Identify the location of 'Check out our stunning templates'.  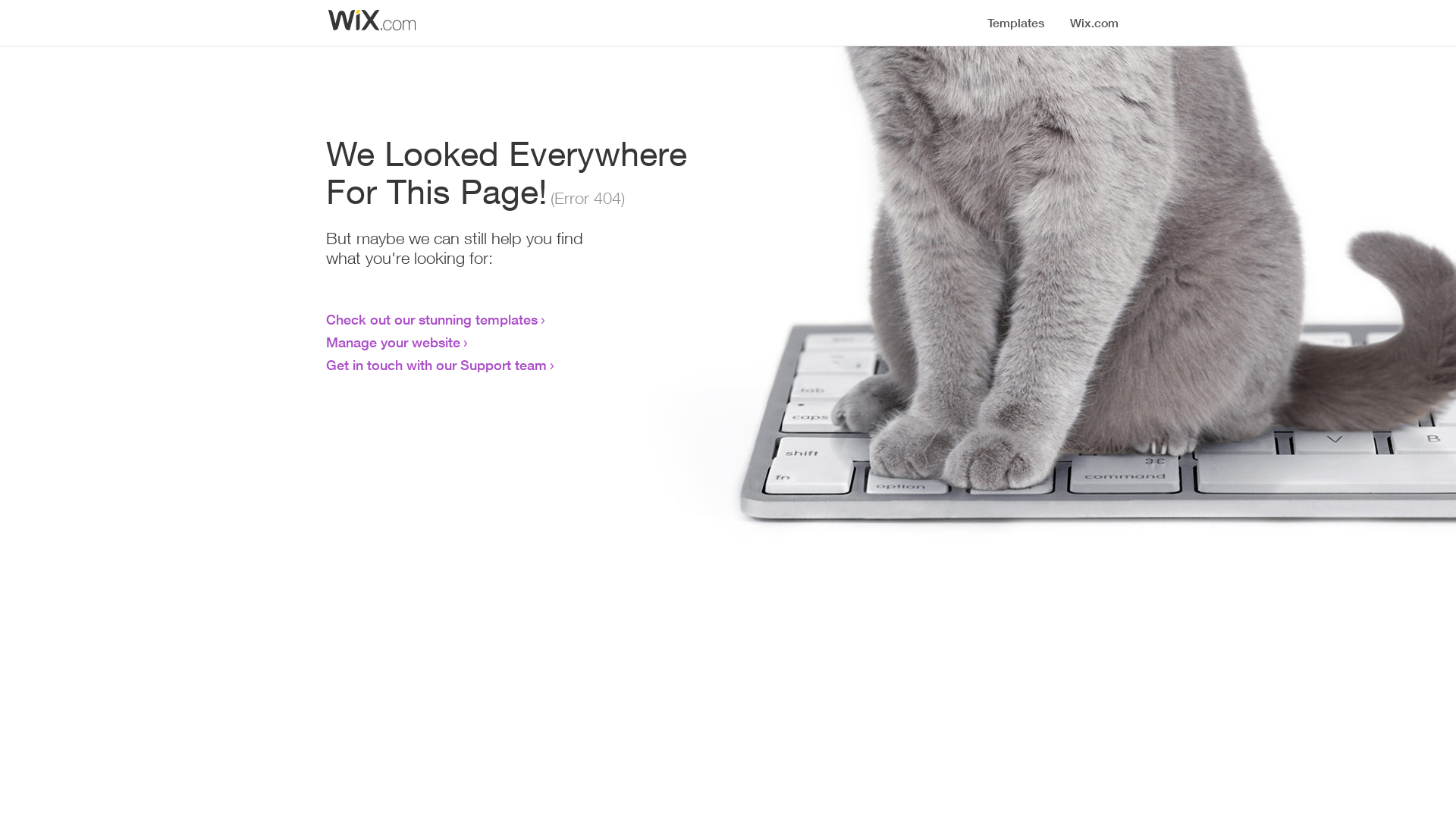
(431, 318).